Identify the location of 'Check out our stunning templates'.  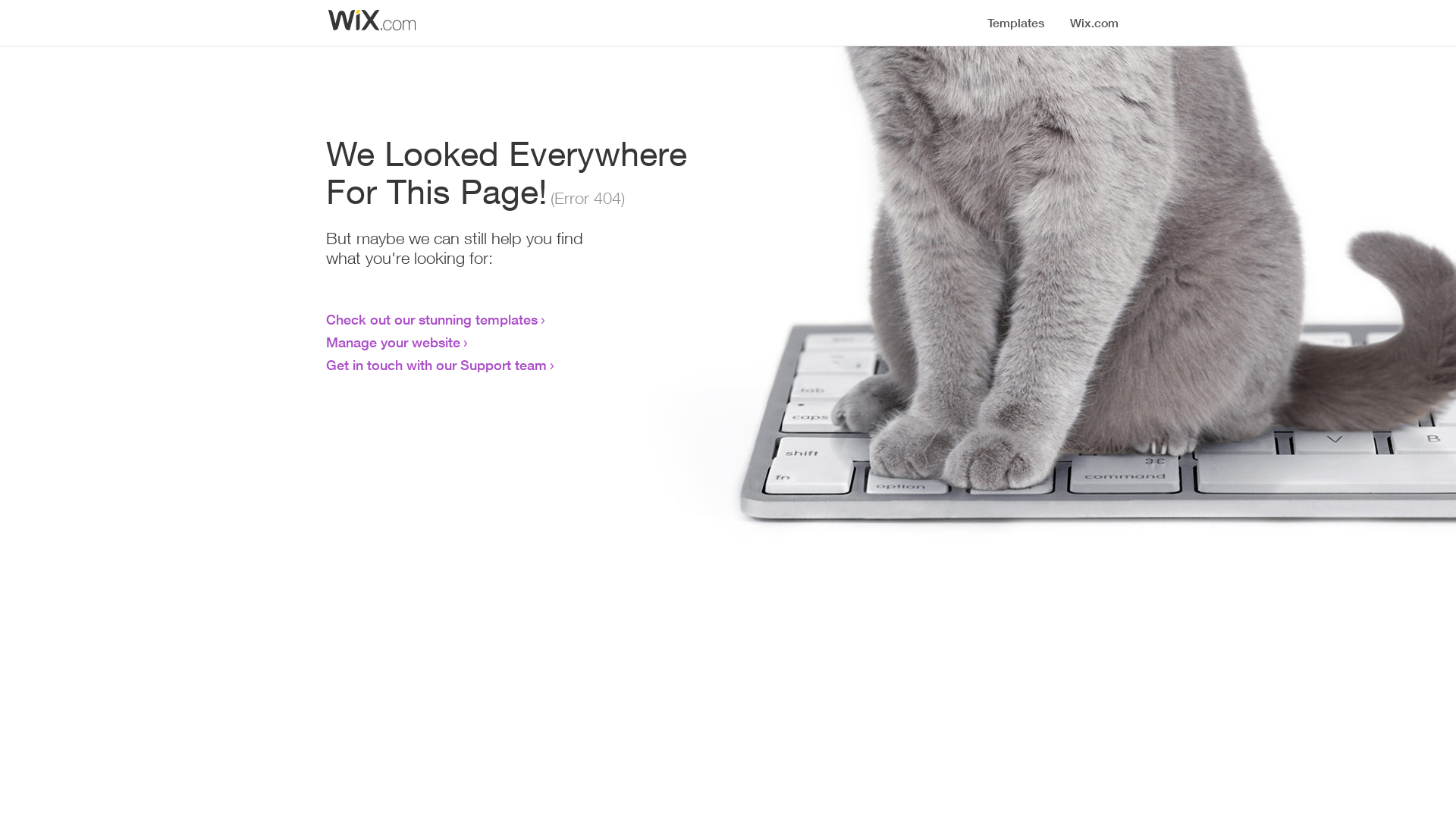
(431, 318).